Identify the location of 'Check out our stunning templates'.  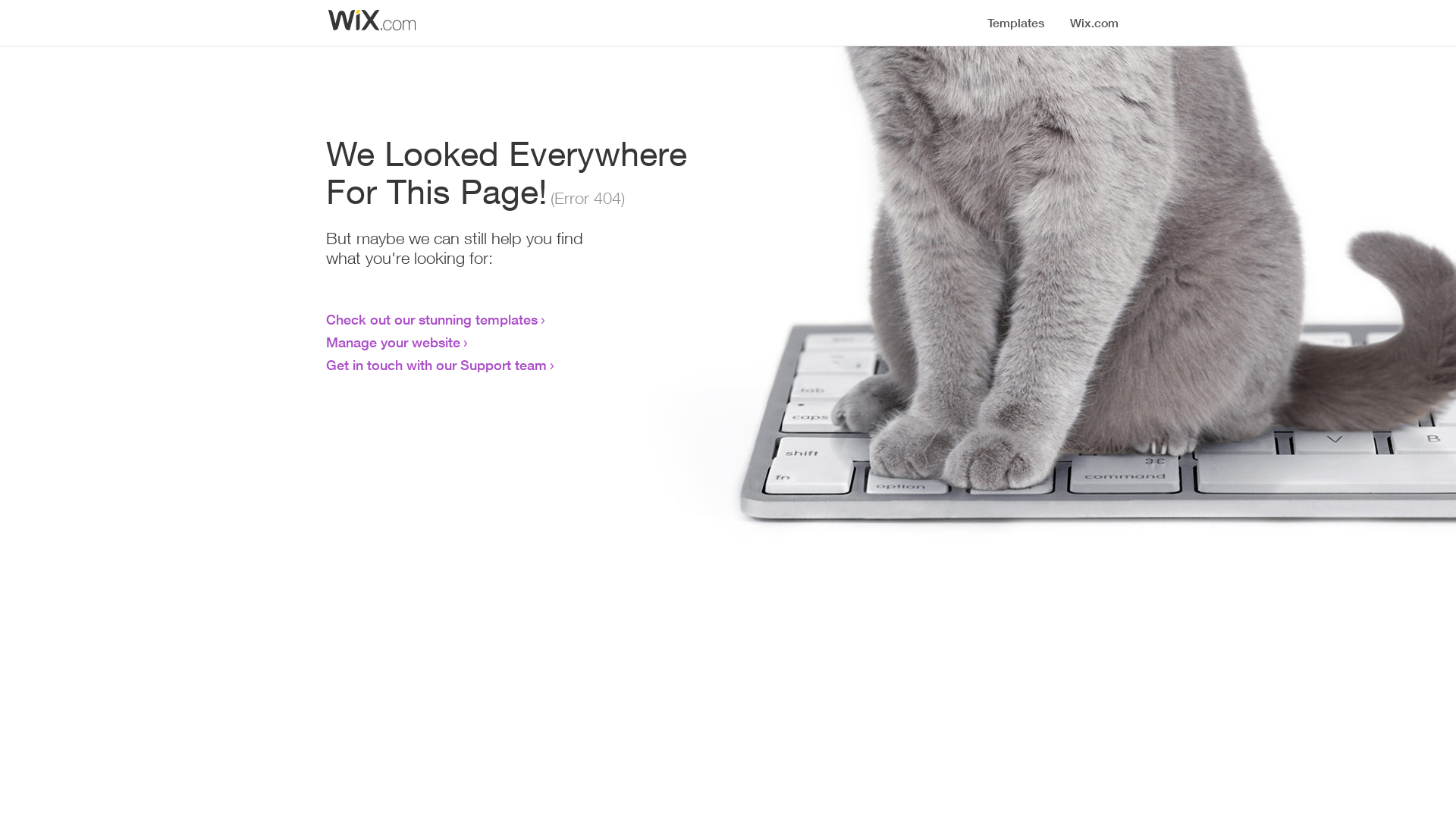
(431, 318).